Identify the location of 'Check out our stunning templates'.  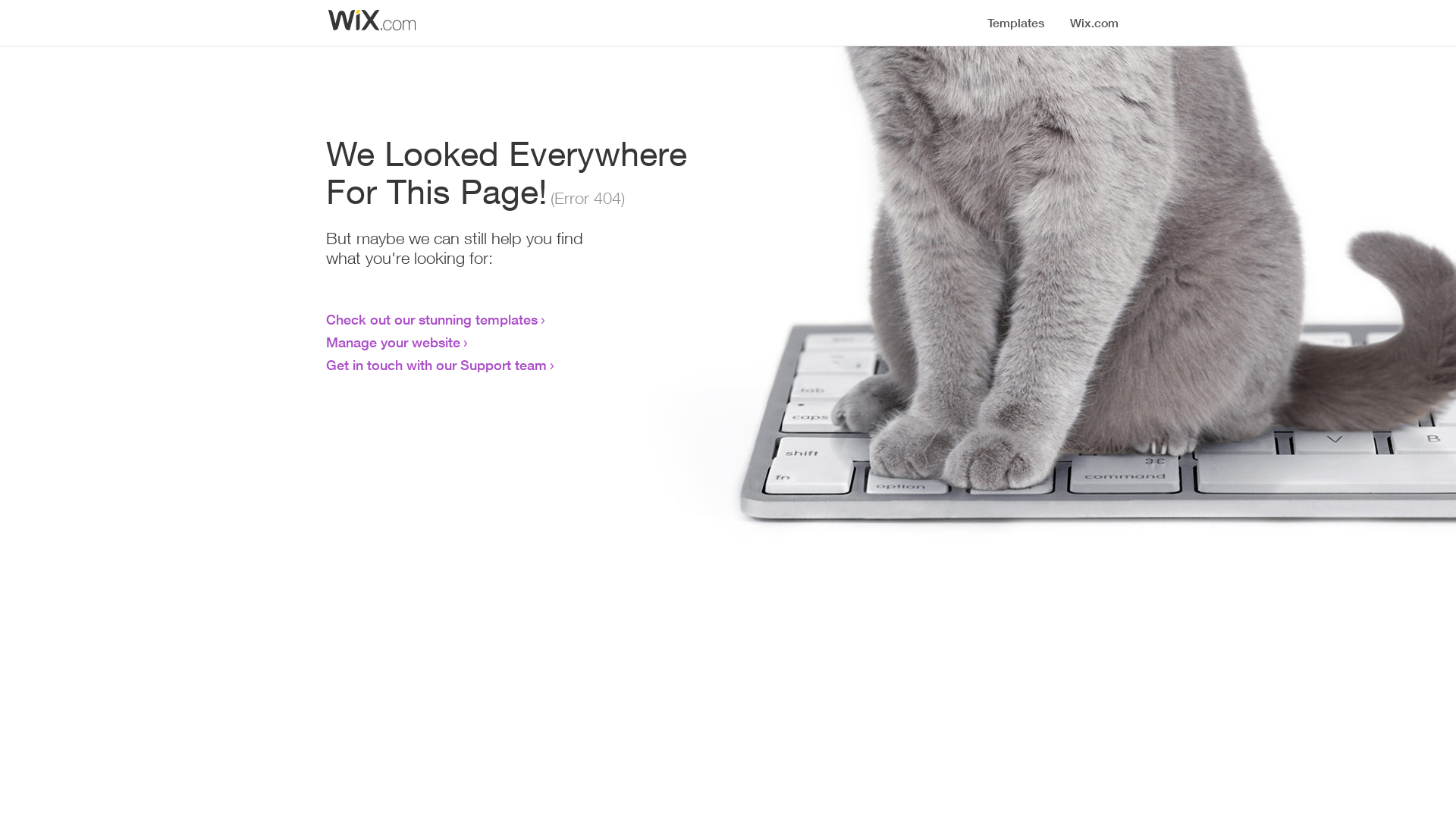
(431, 318).